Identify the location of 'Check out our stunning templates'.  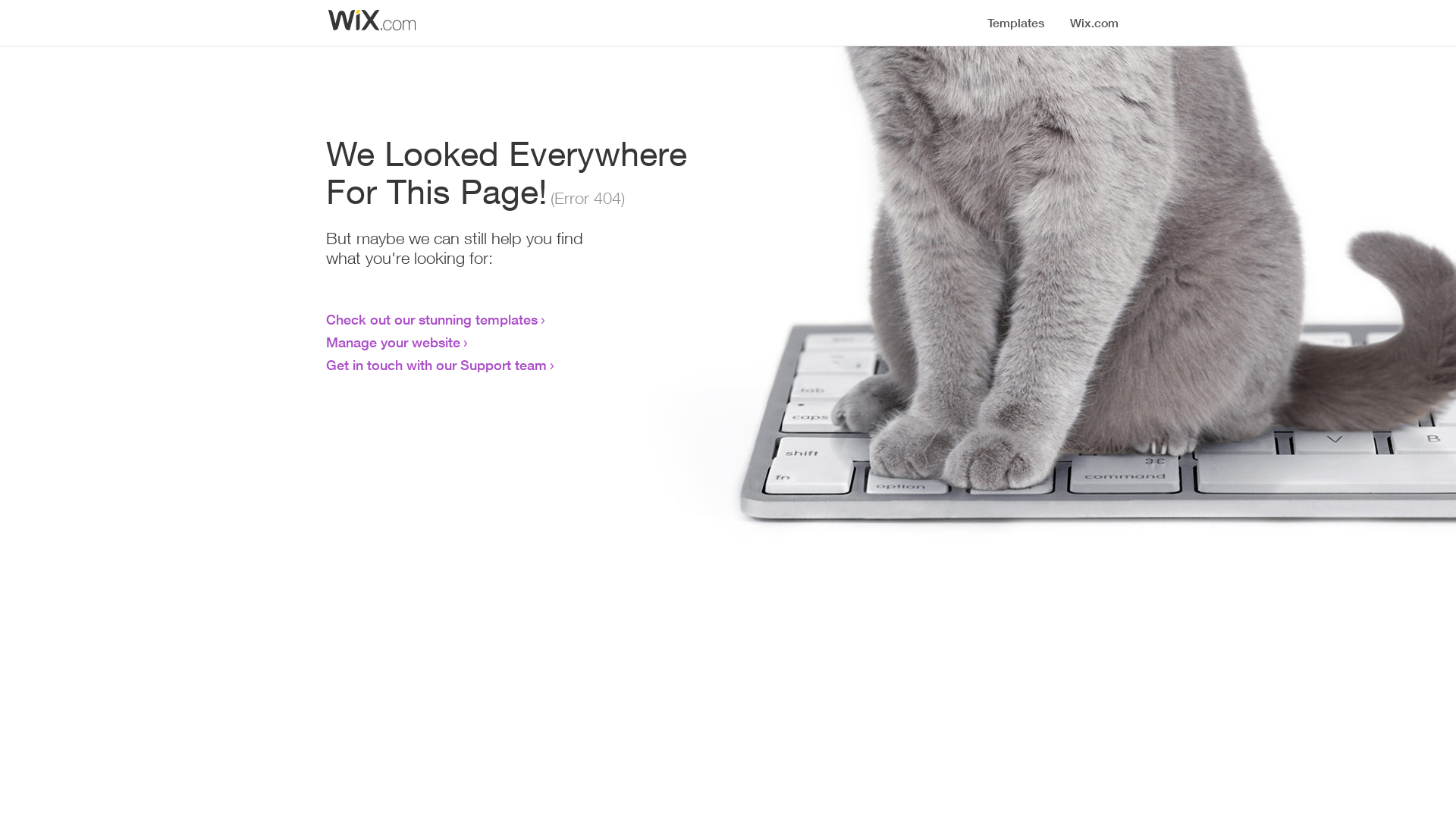
(431, 318).